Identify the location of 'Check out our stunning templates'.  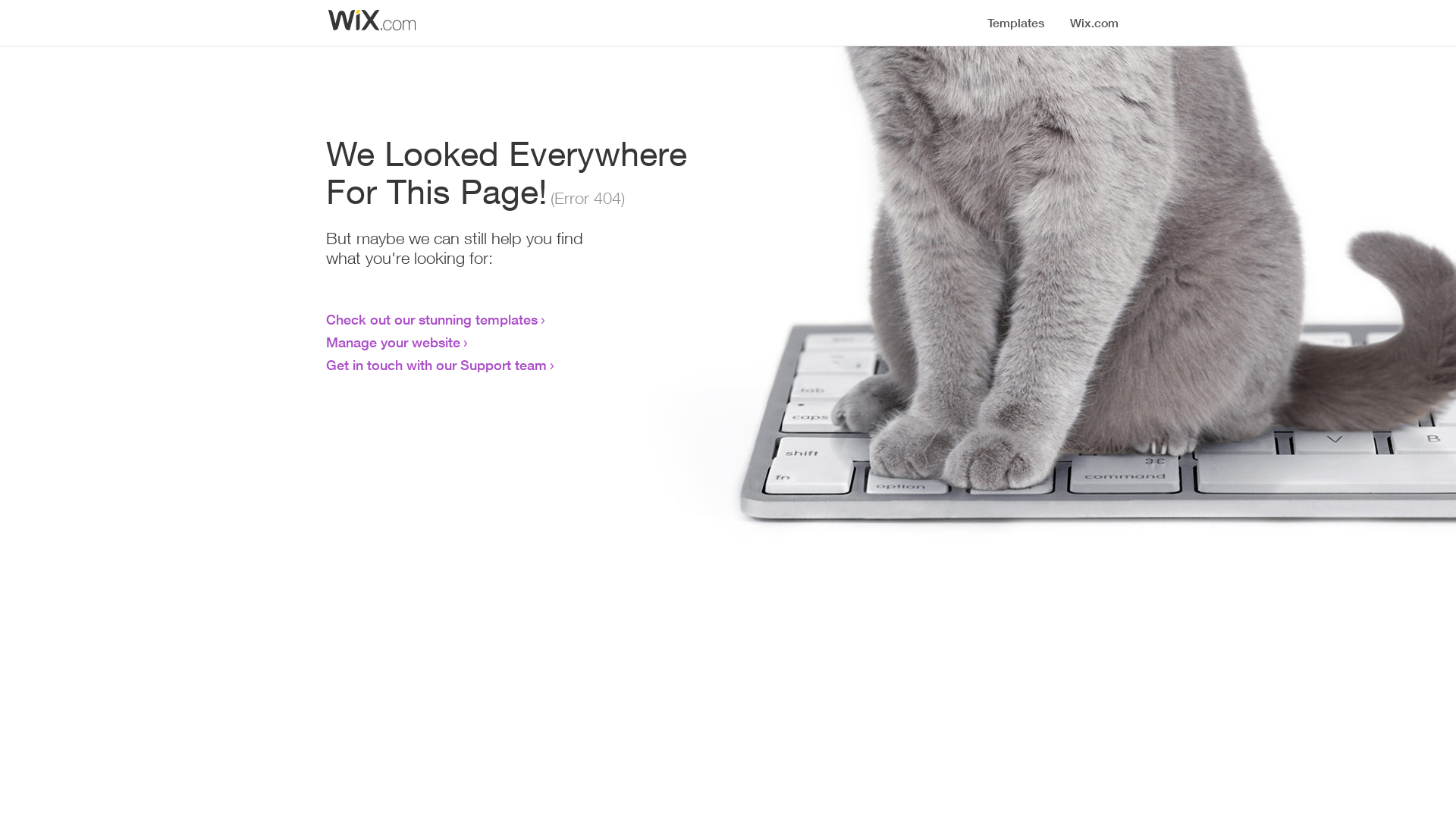
(431, 318).